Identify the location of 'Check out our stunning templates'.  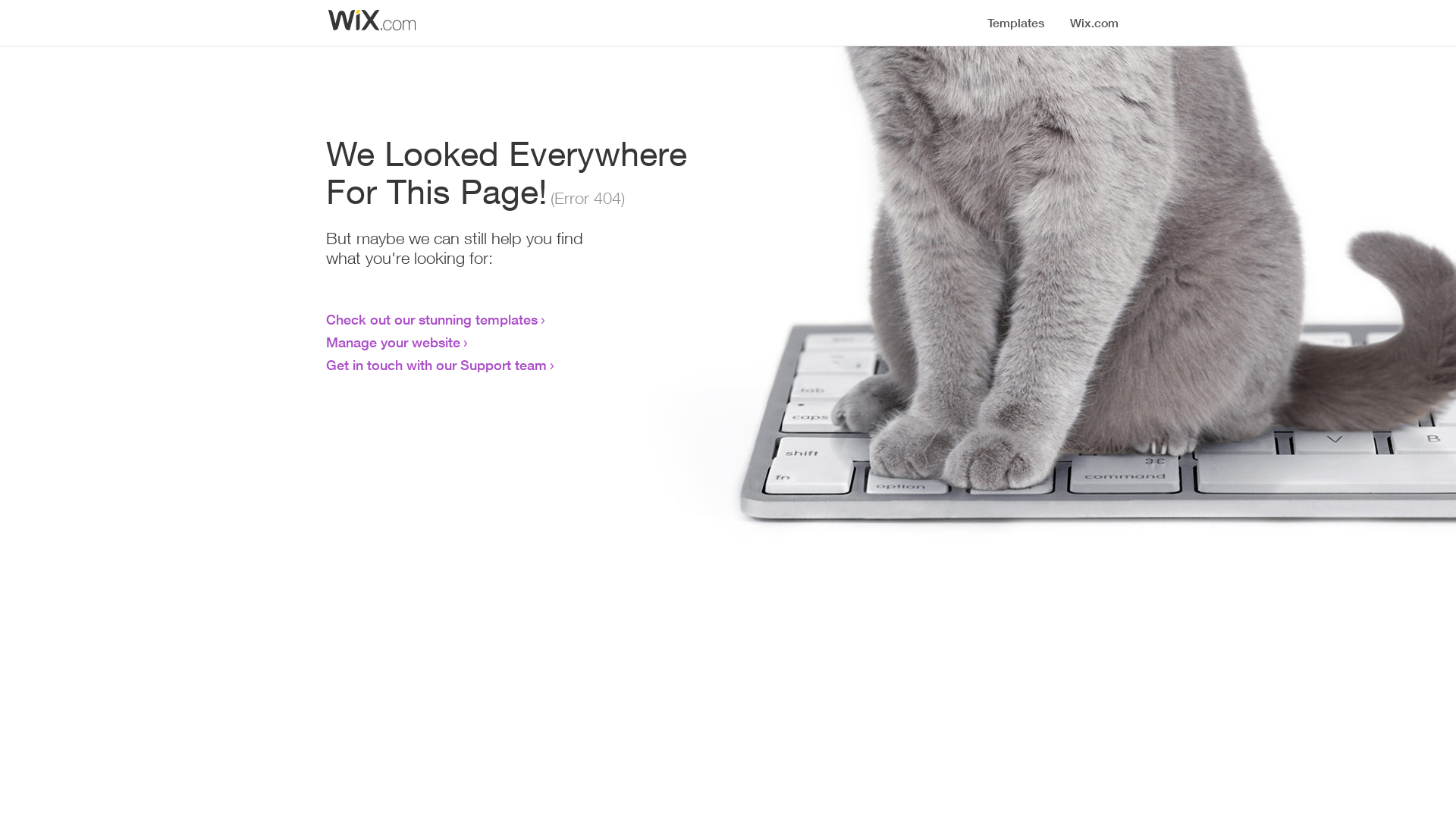
(431, 318).